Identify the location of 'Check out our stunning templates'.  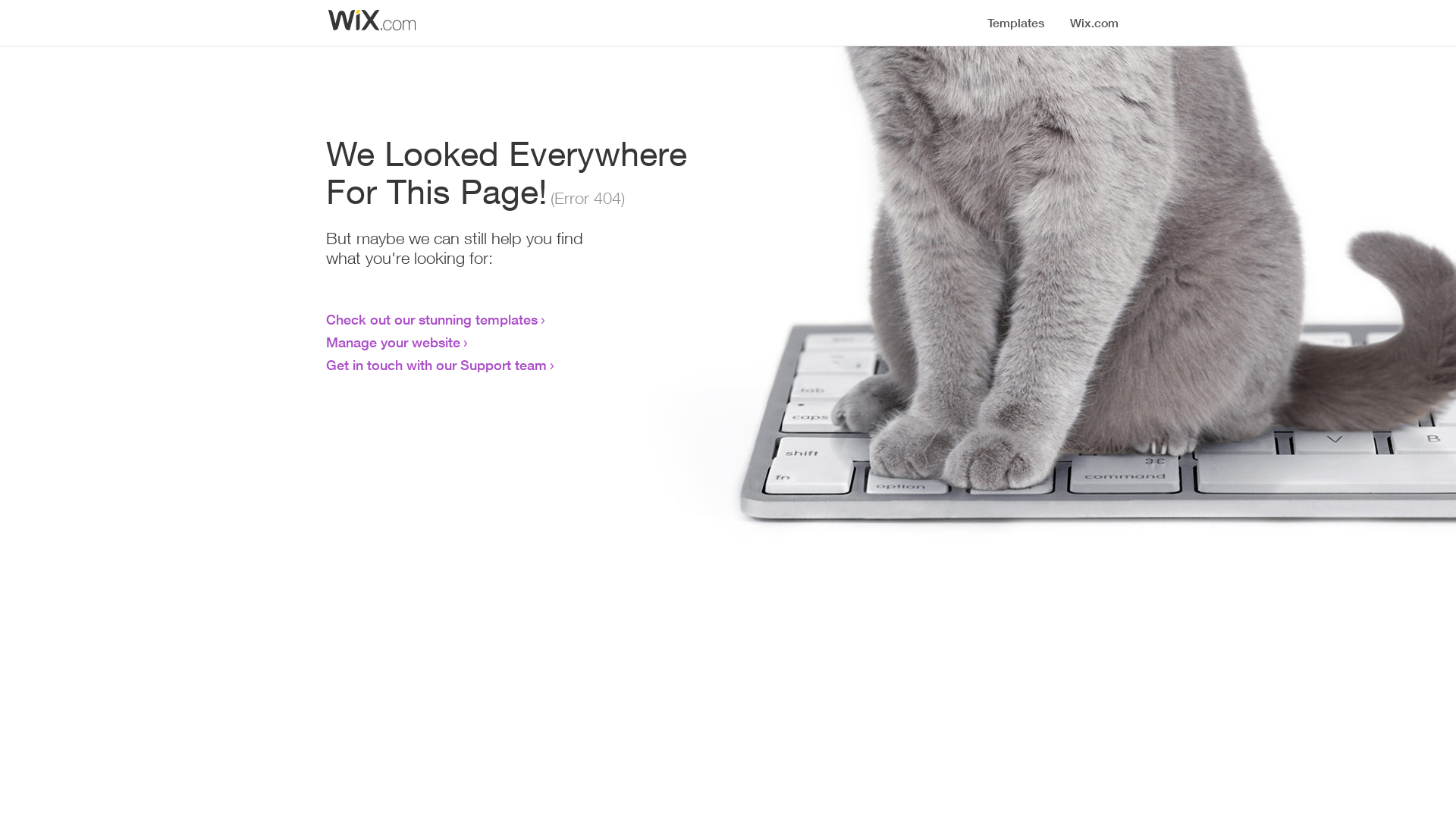
(431, 318).